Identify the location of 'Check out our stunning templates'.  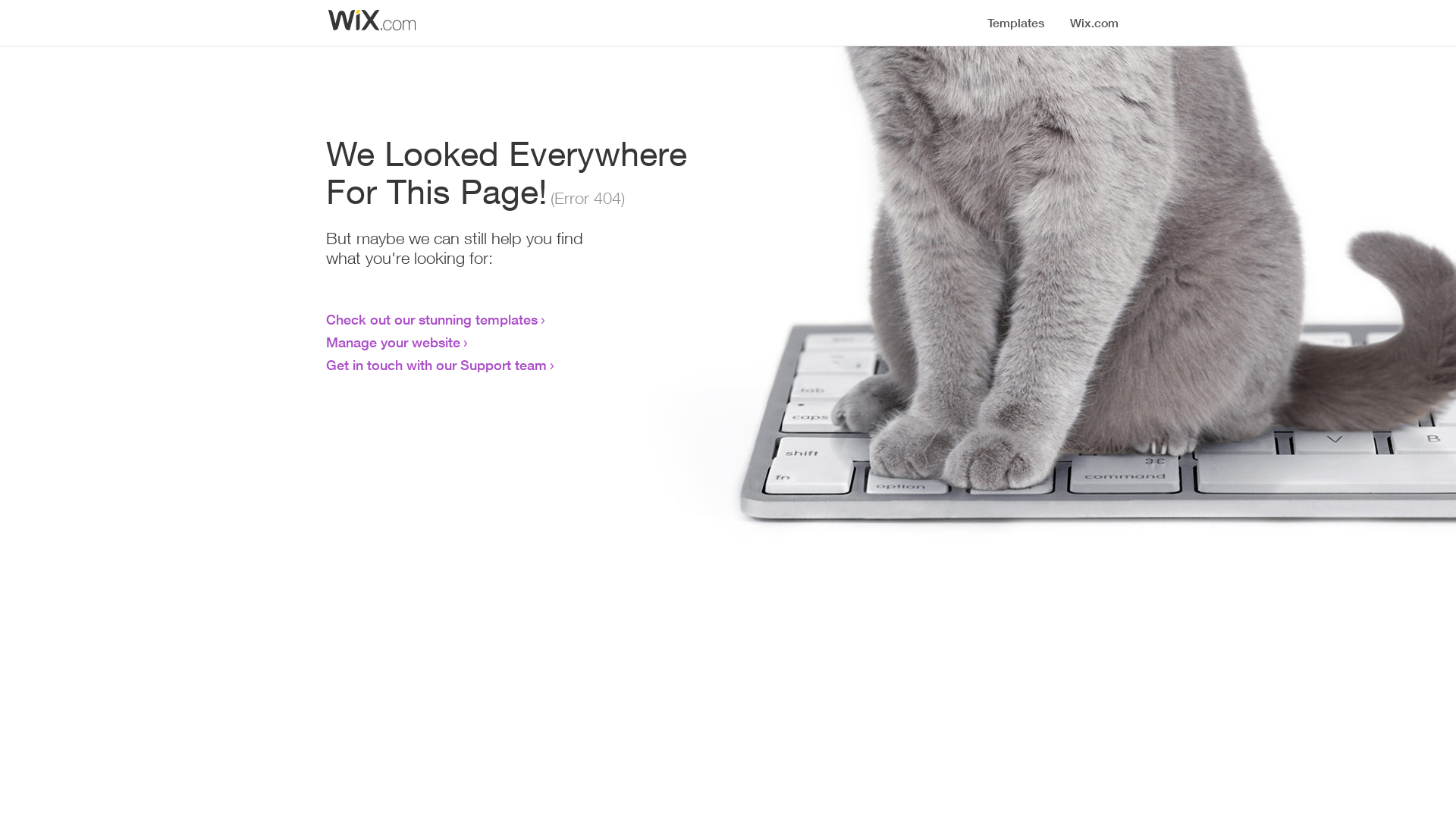
(431, 318).